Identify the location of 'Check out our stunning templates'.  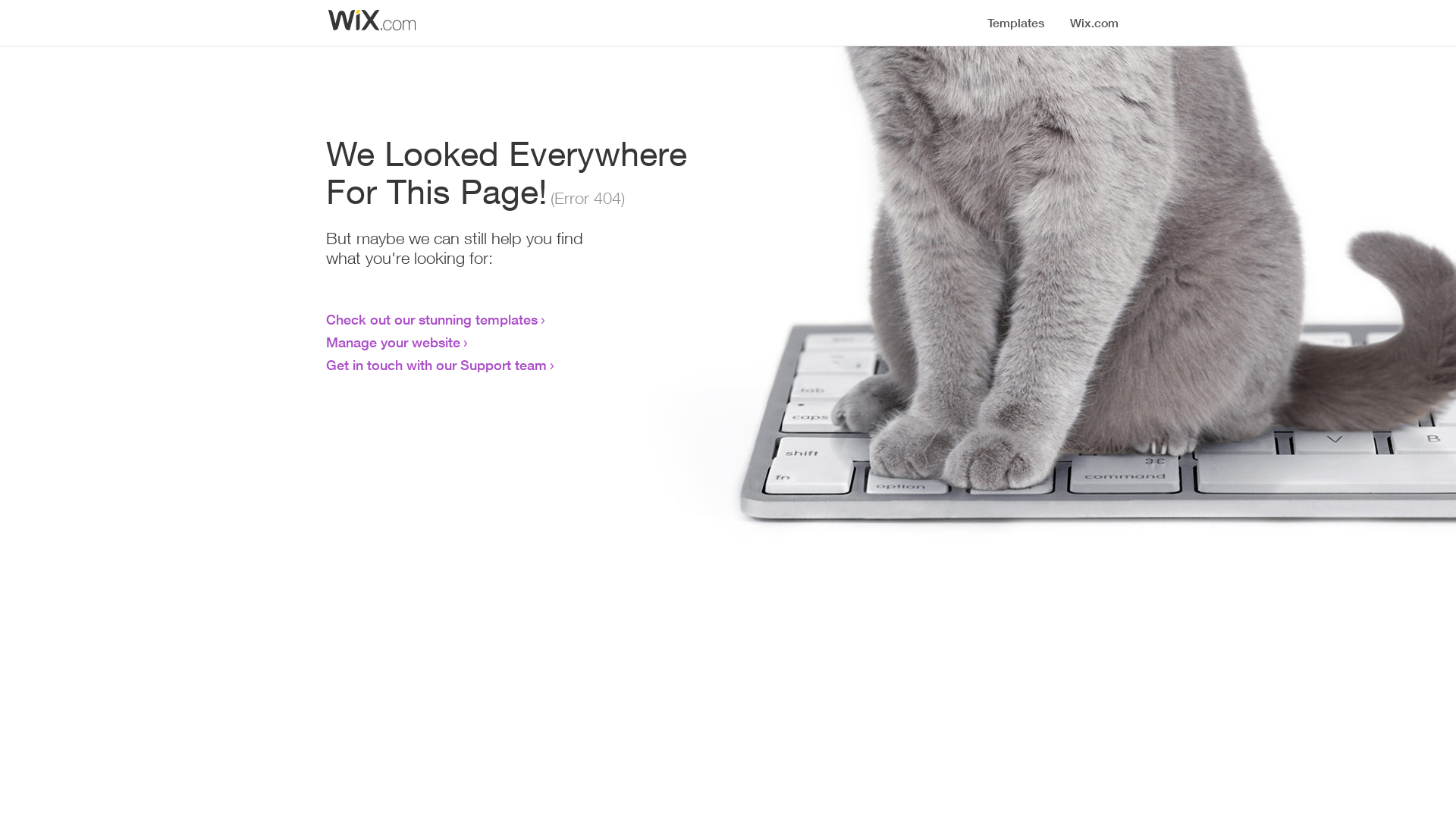
(431, 318).